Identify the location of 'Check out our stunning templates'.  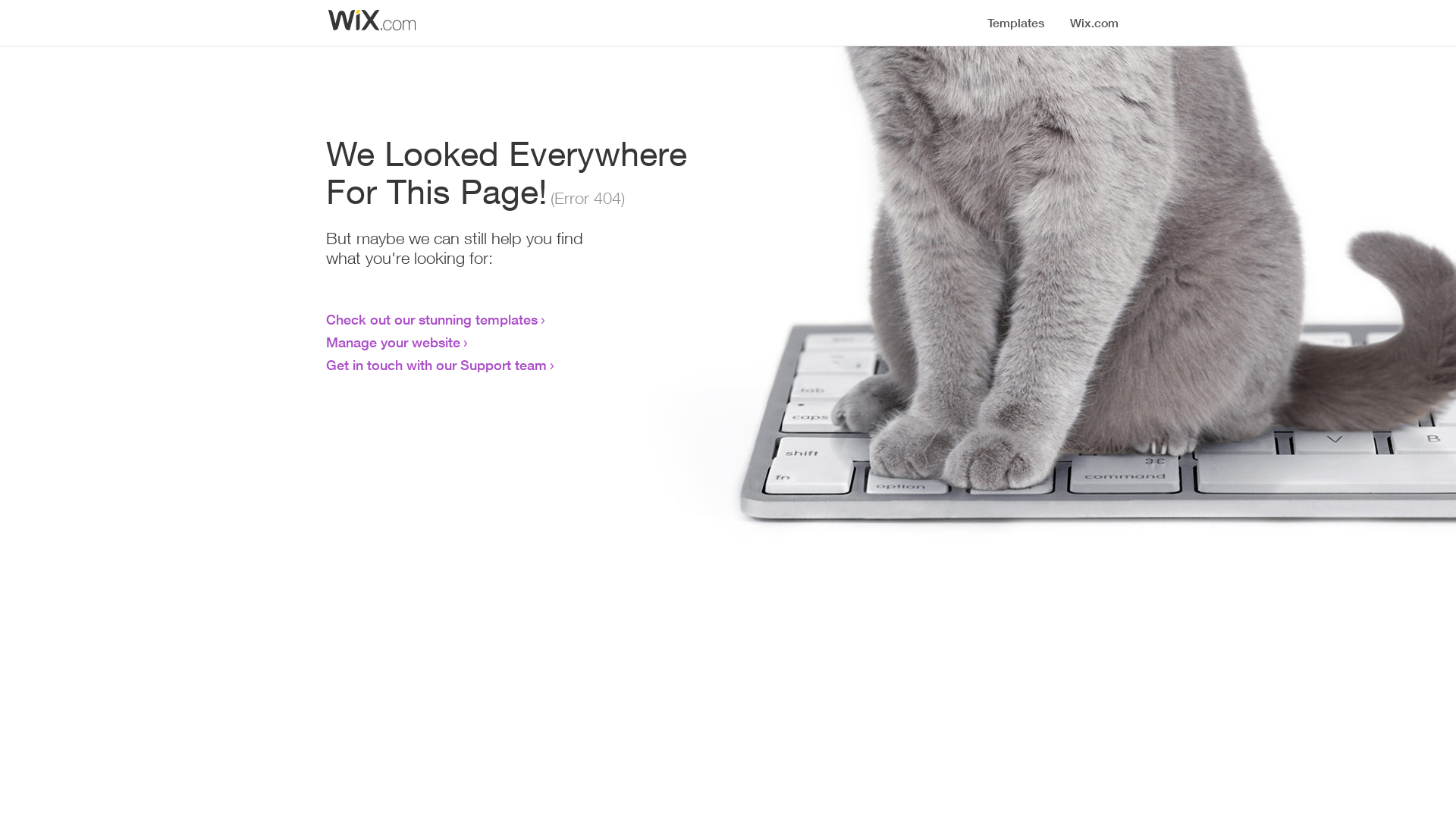
(431, 318).